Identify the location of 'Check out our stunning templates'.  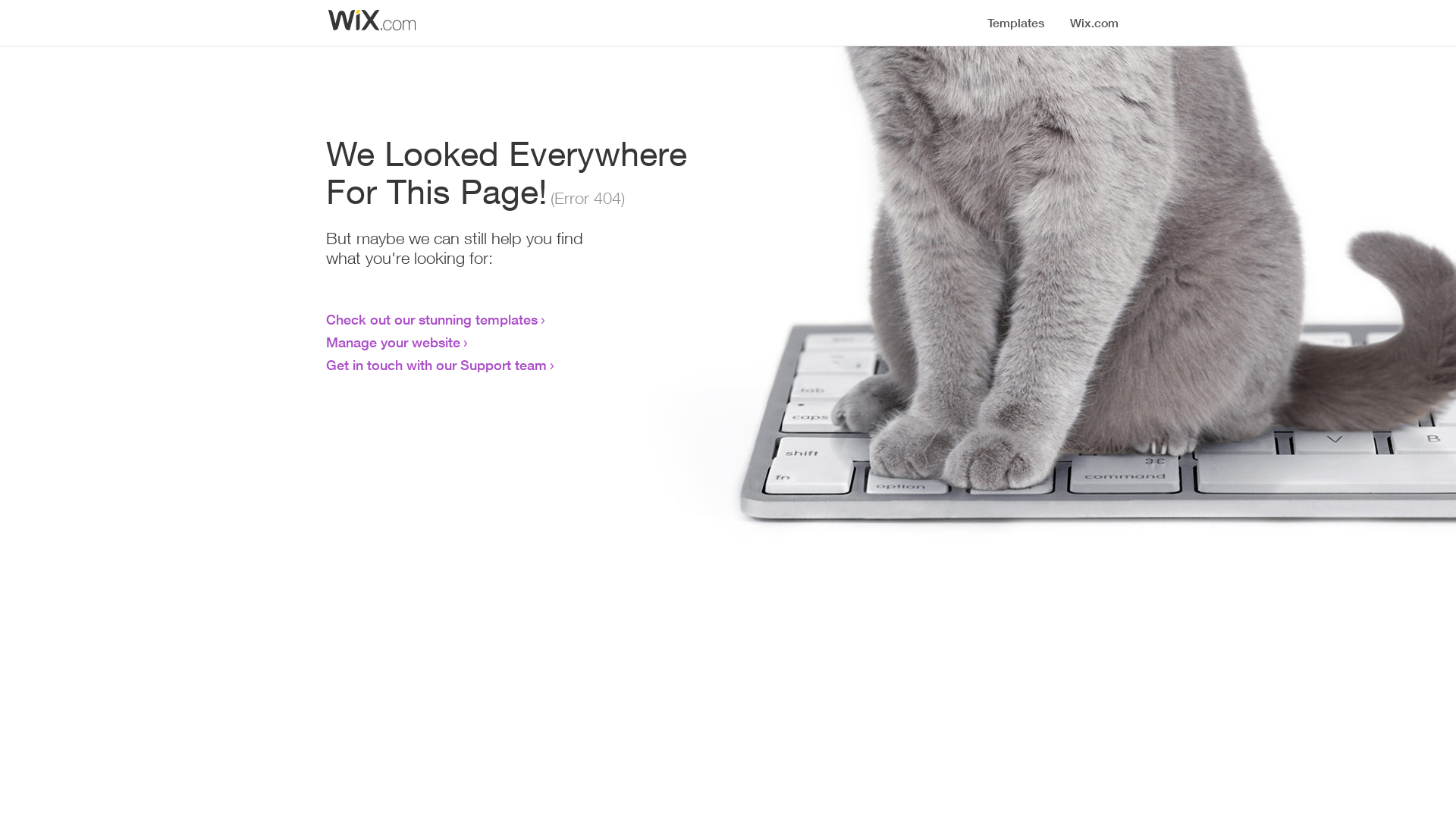
(431, 318).